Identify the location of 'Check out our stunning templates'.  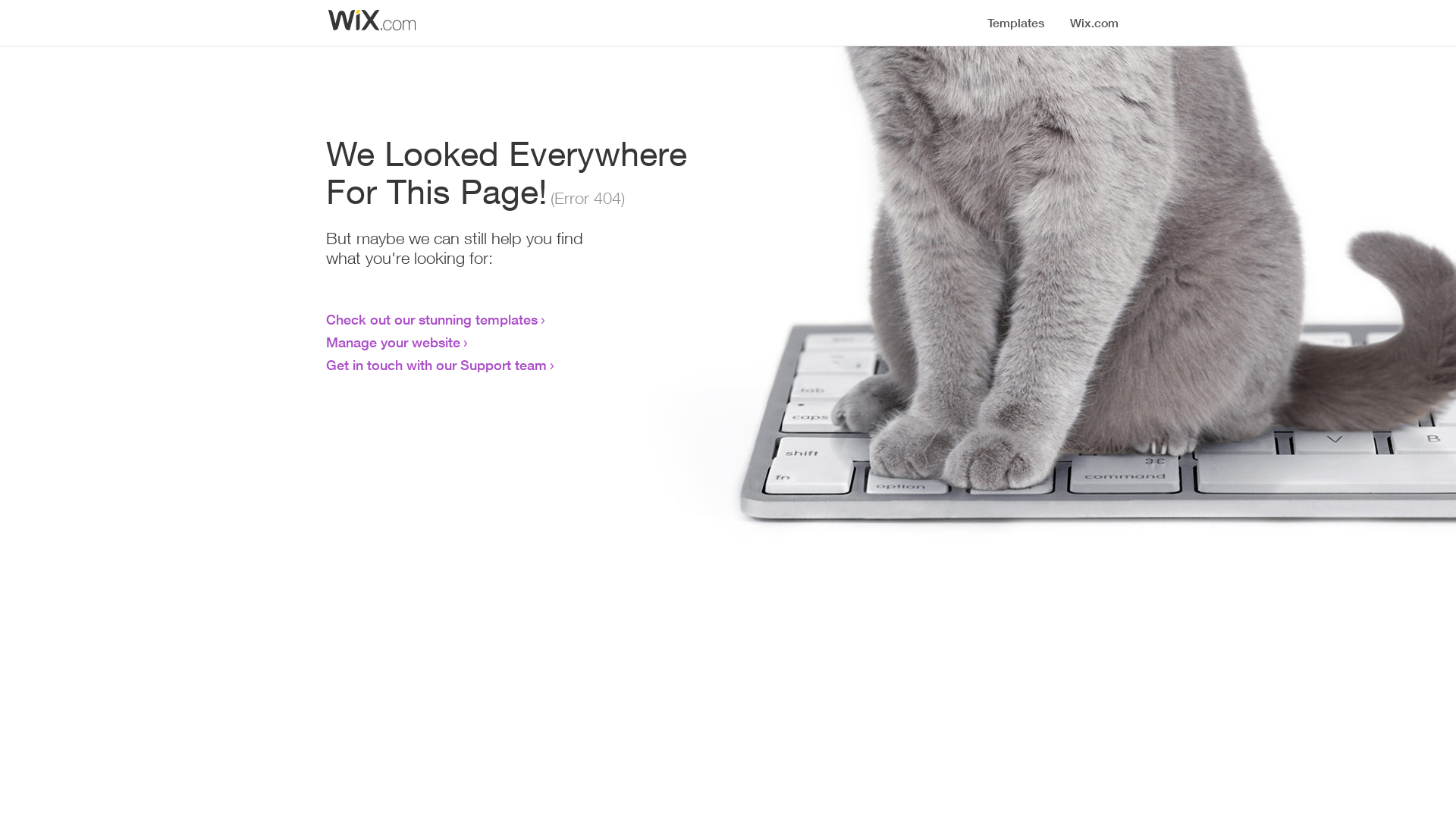
(431, 318).